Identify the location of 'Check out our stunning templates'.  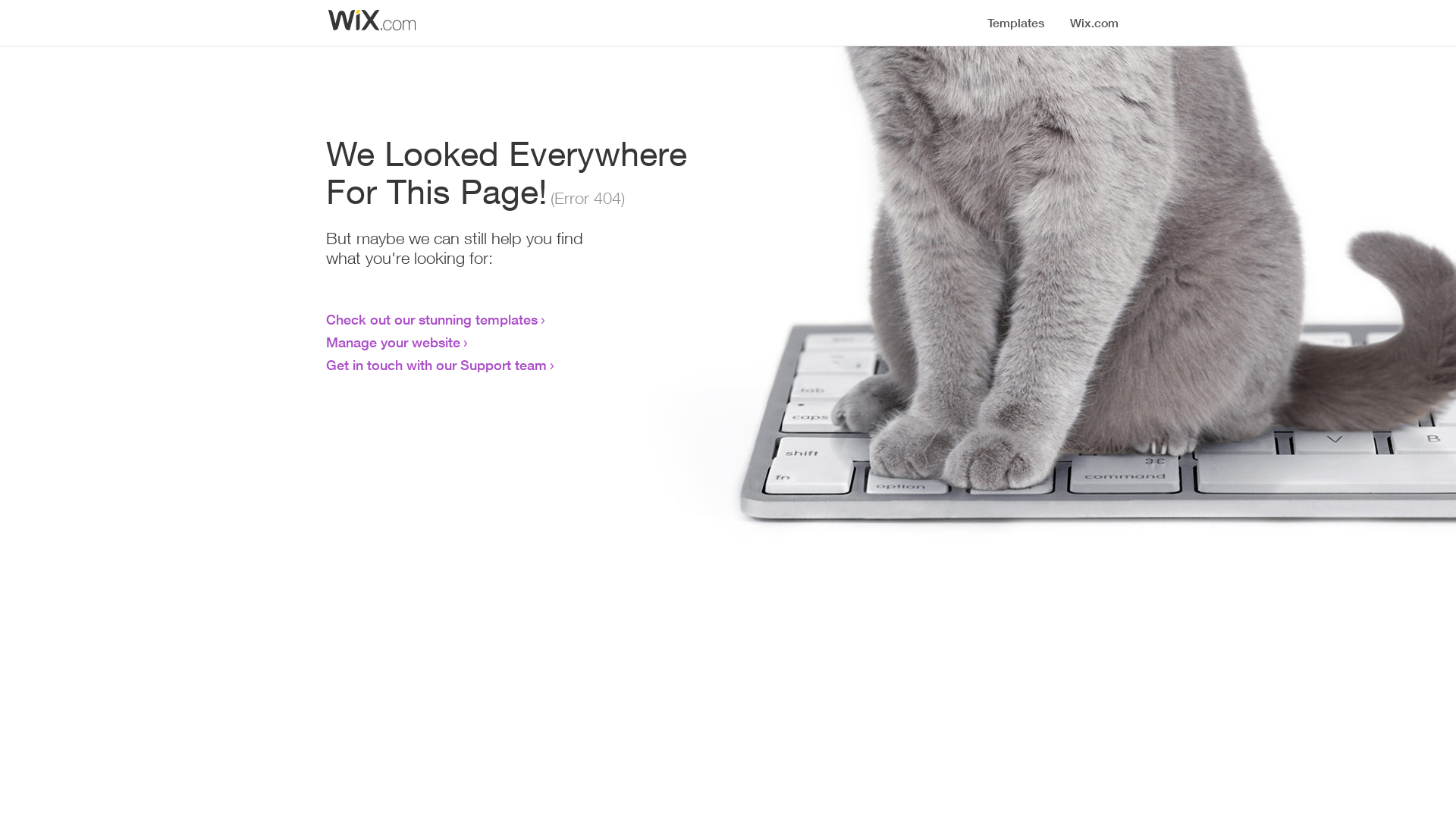
(431, 318).